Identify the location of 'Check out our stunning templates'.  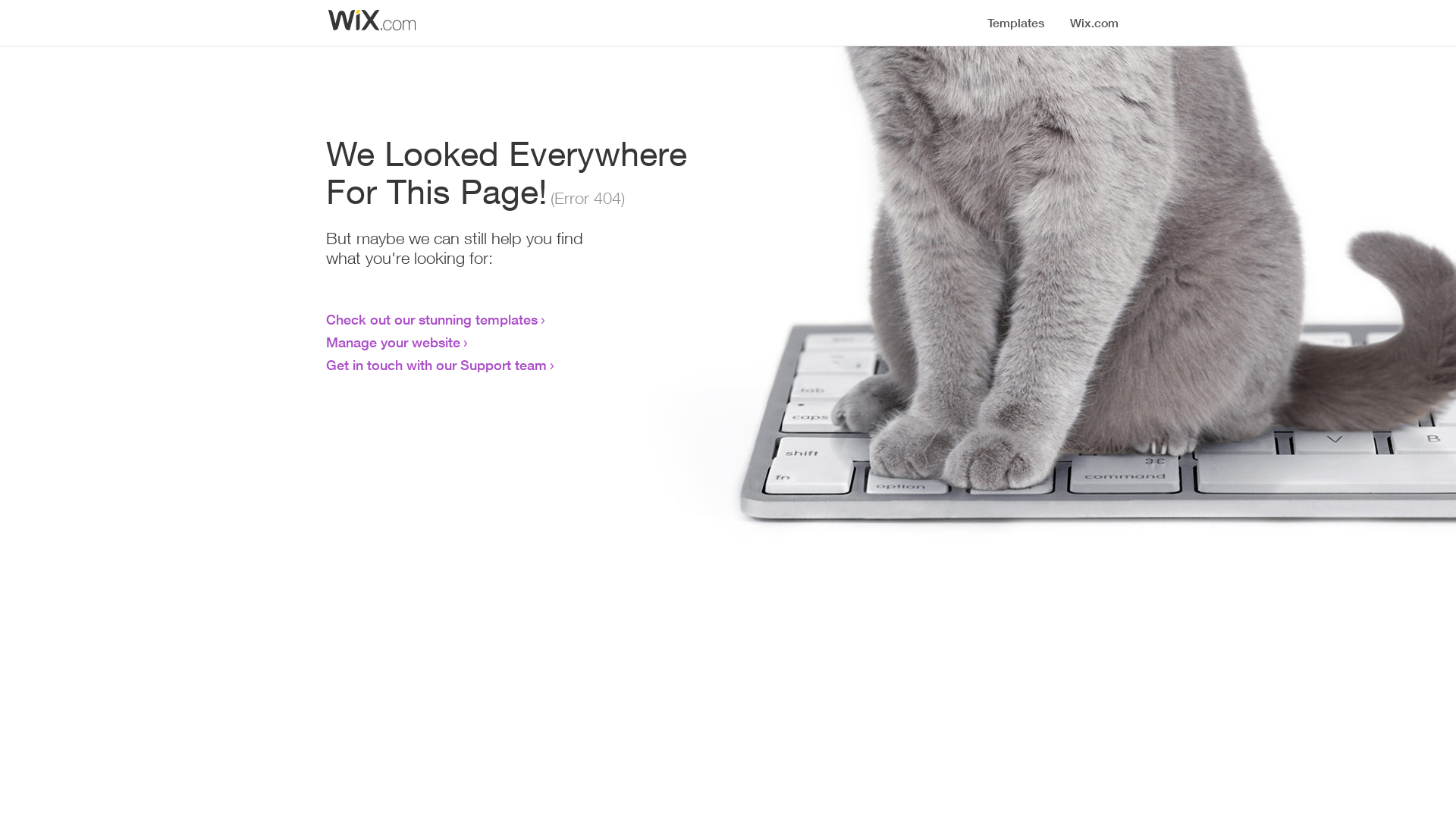
(431, 318).